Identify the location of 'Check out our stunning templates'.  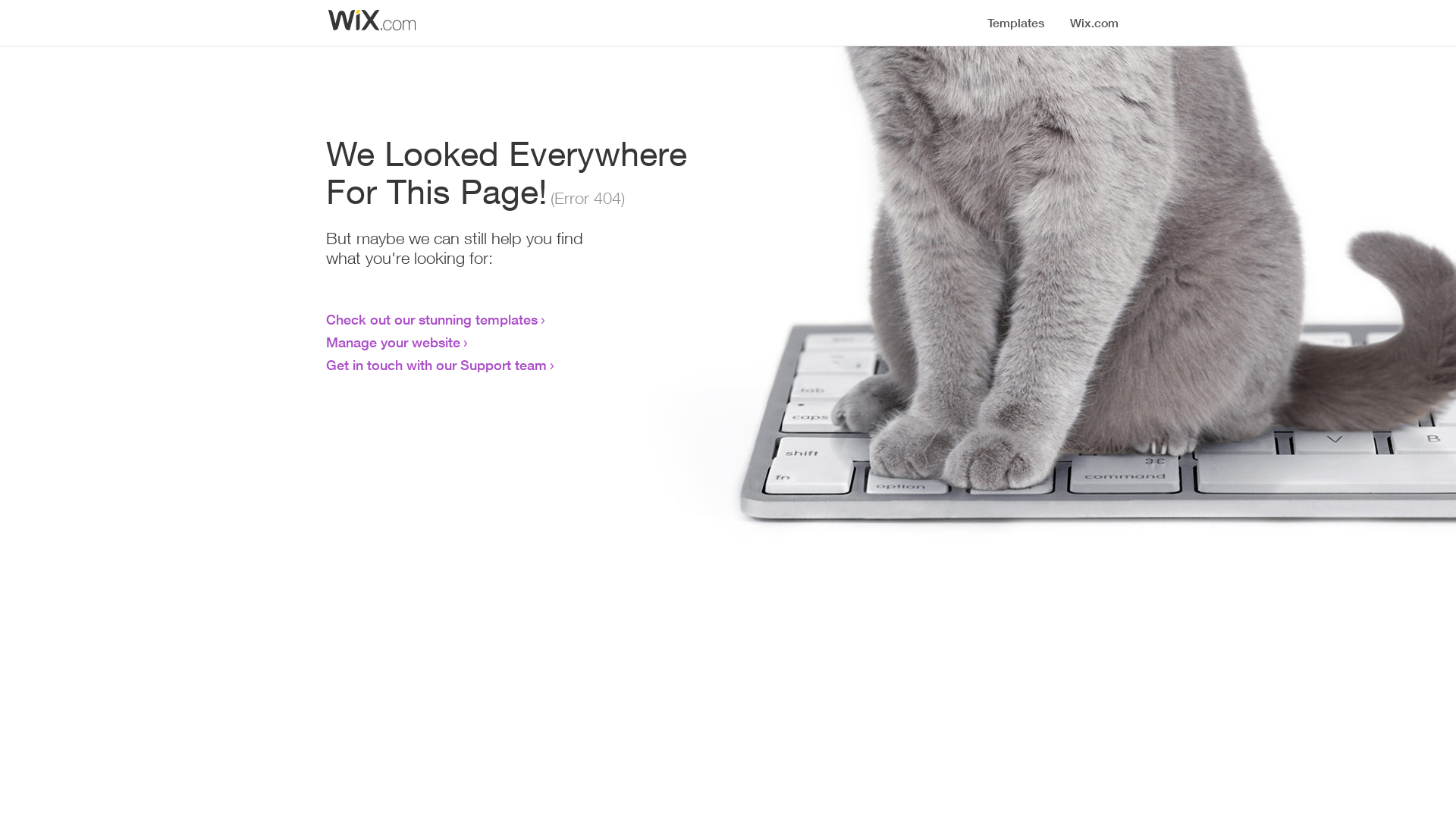
(431, 318).